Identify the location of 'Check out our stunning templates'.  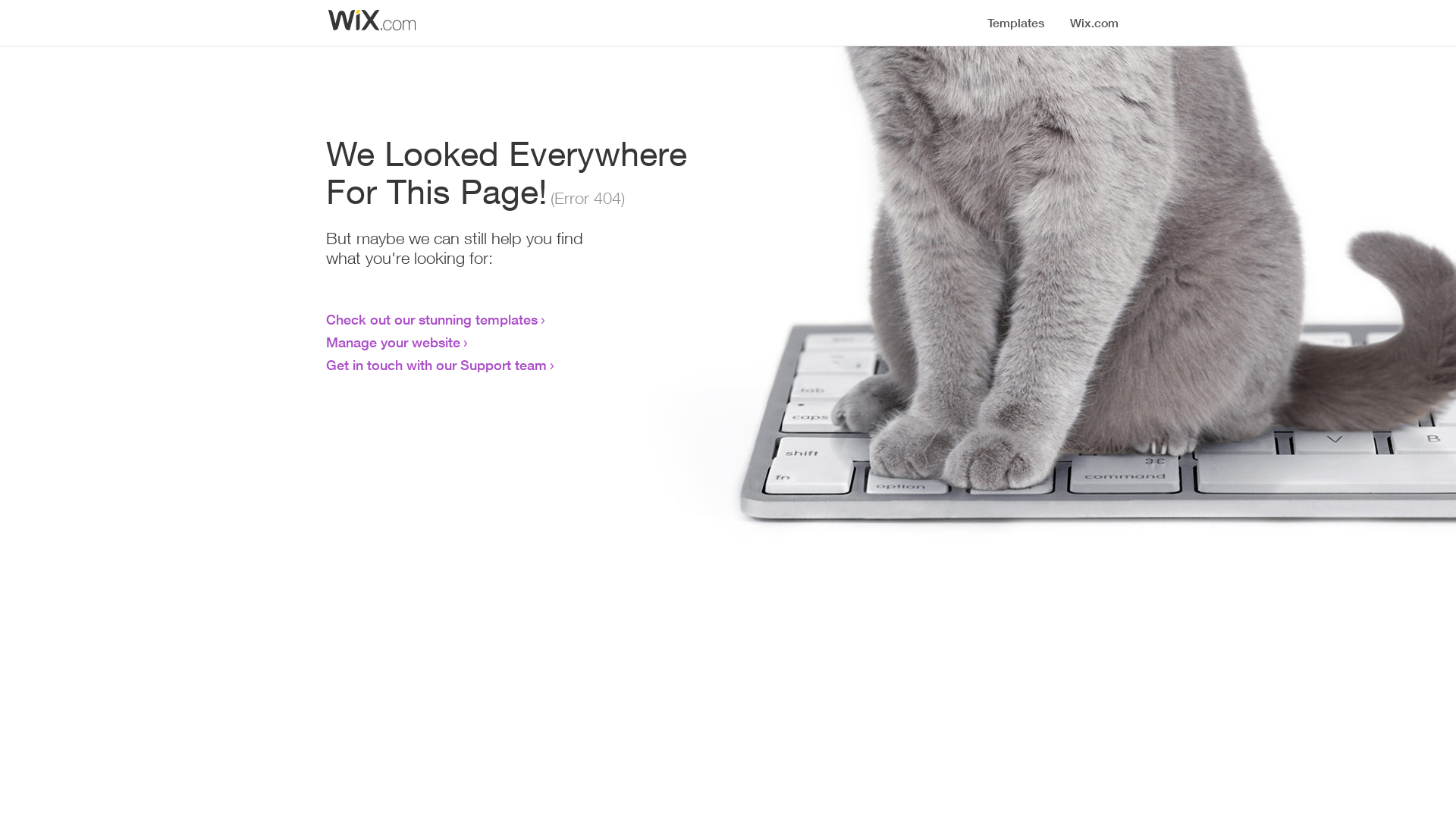
(431, 318).